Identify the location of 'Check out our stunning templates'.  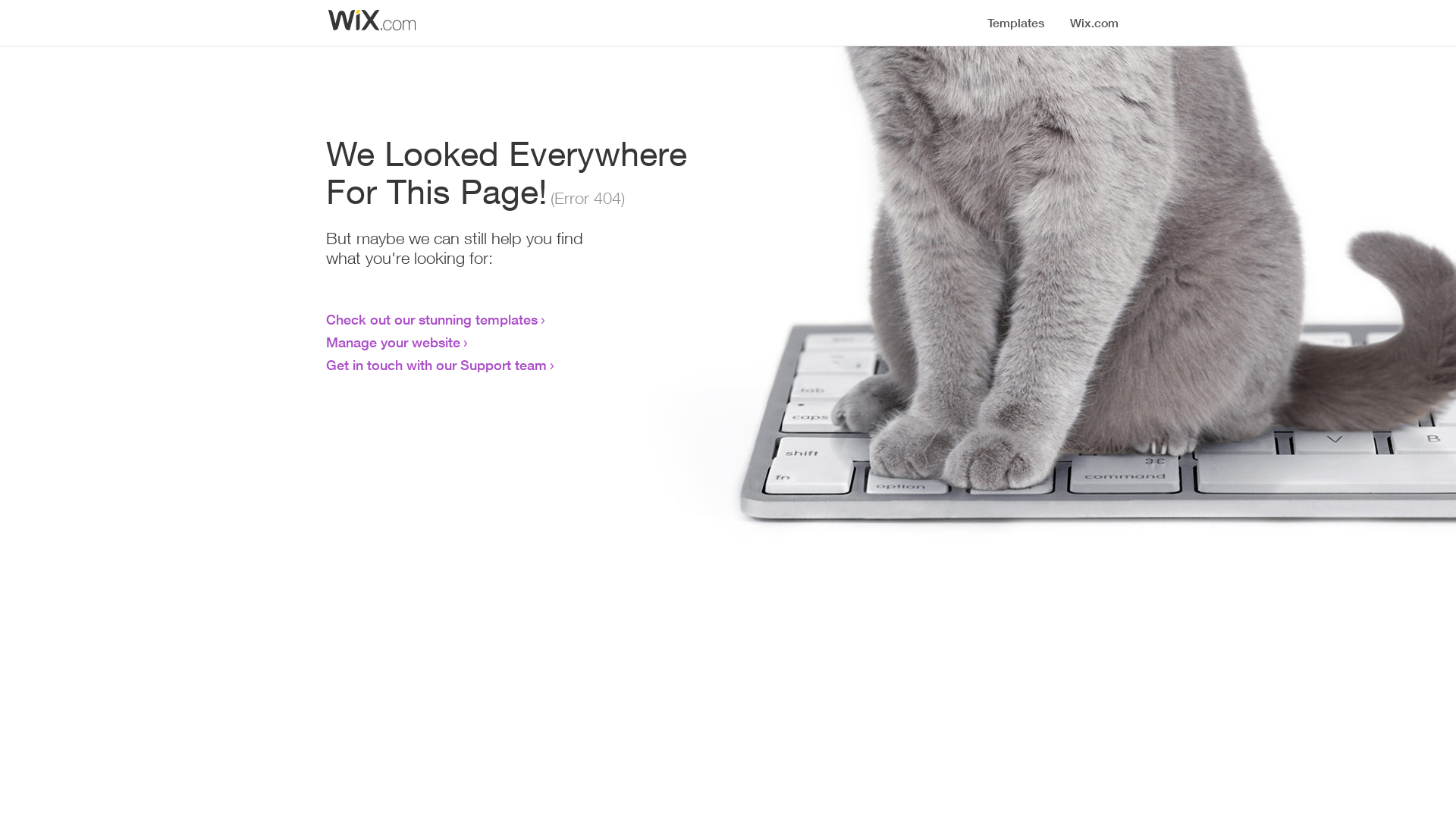
(431, 318).